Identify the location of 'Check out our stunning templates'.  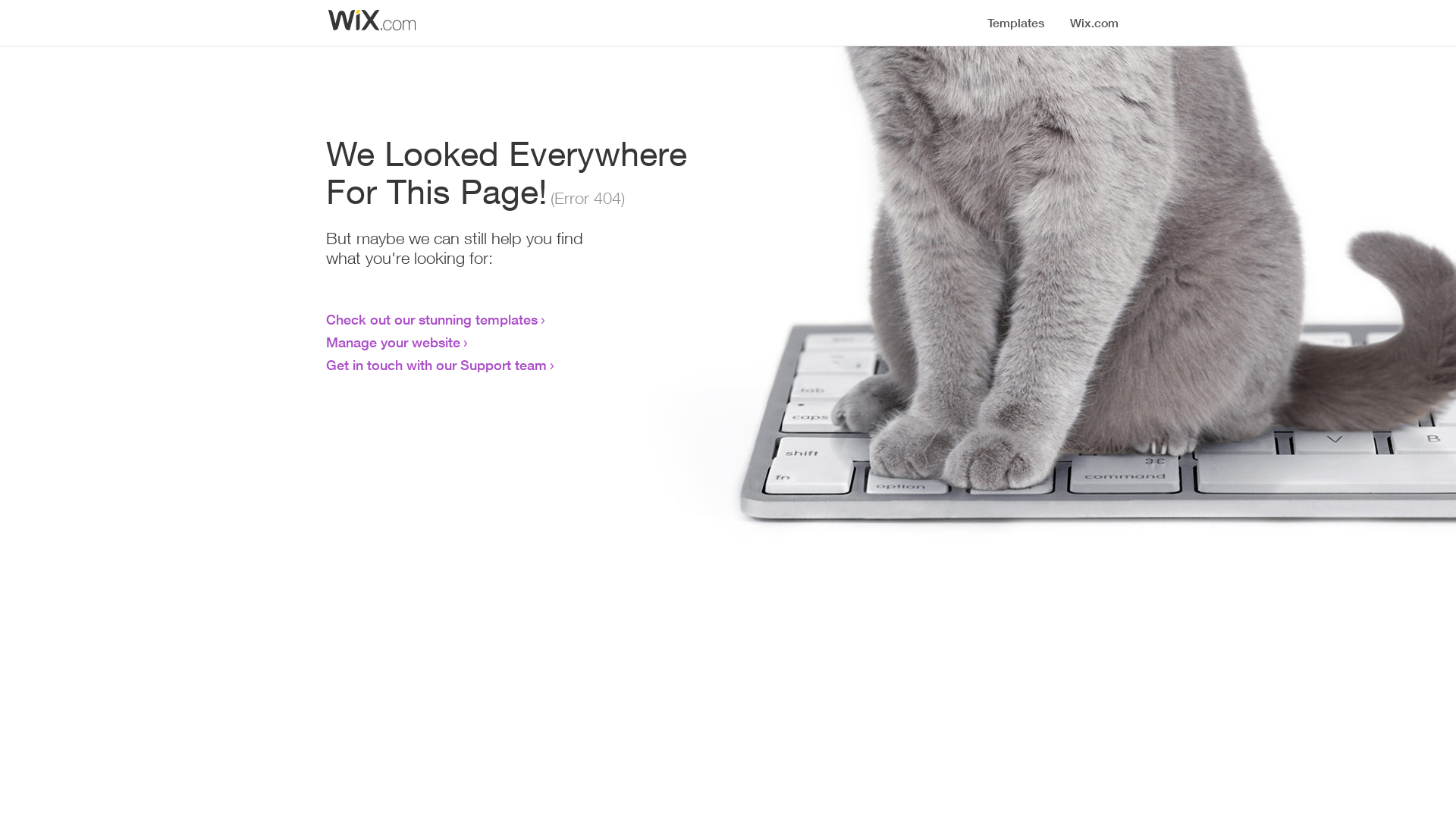
(431, 318).